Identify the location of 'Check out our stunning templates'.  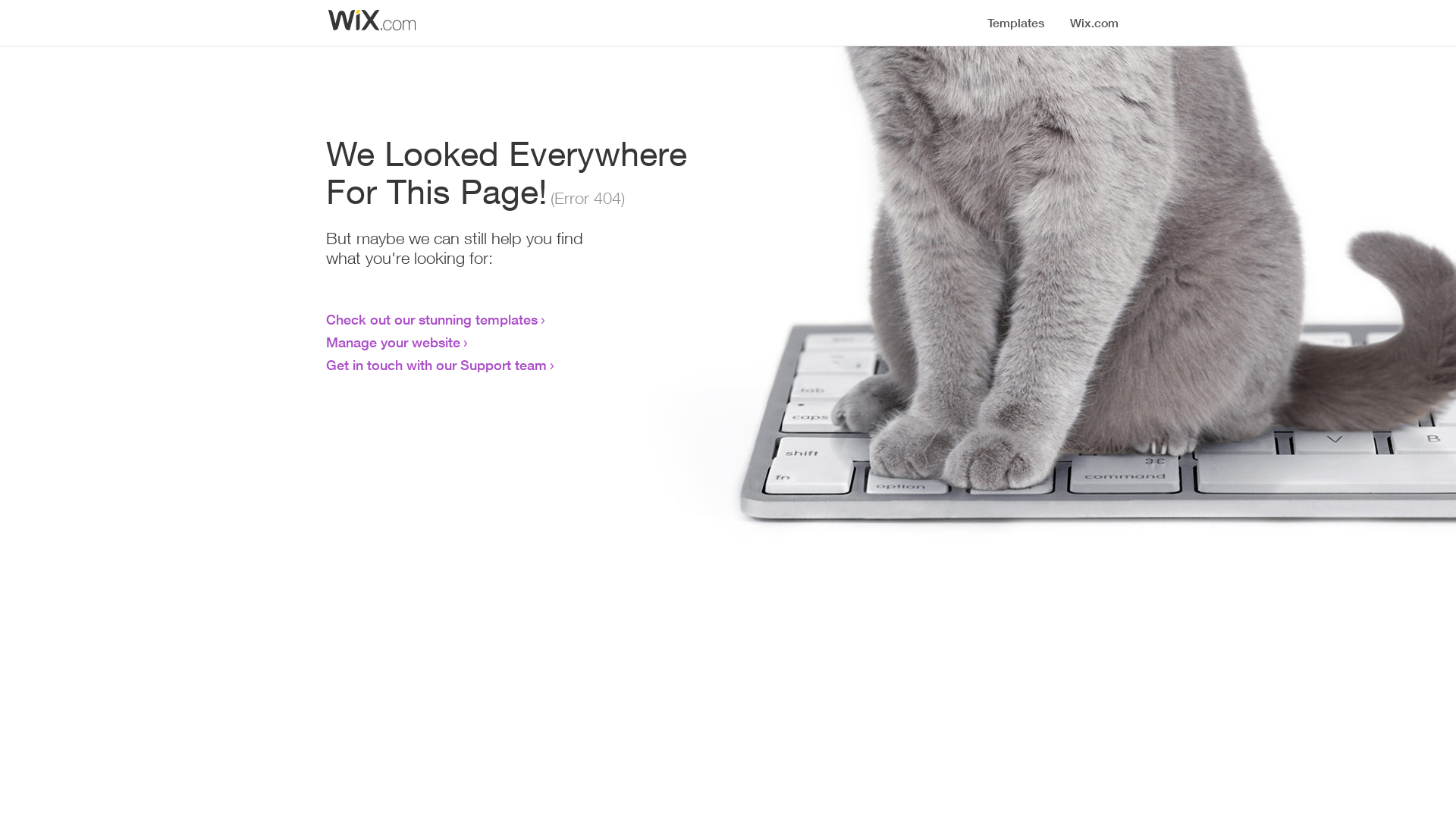
(431, 318).